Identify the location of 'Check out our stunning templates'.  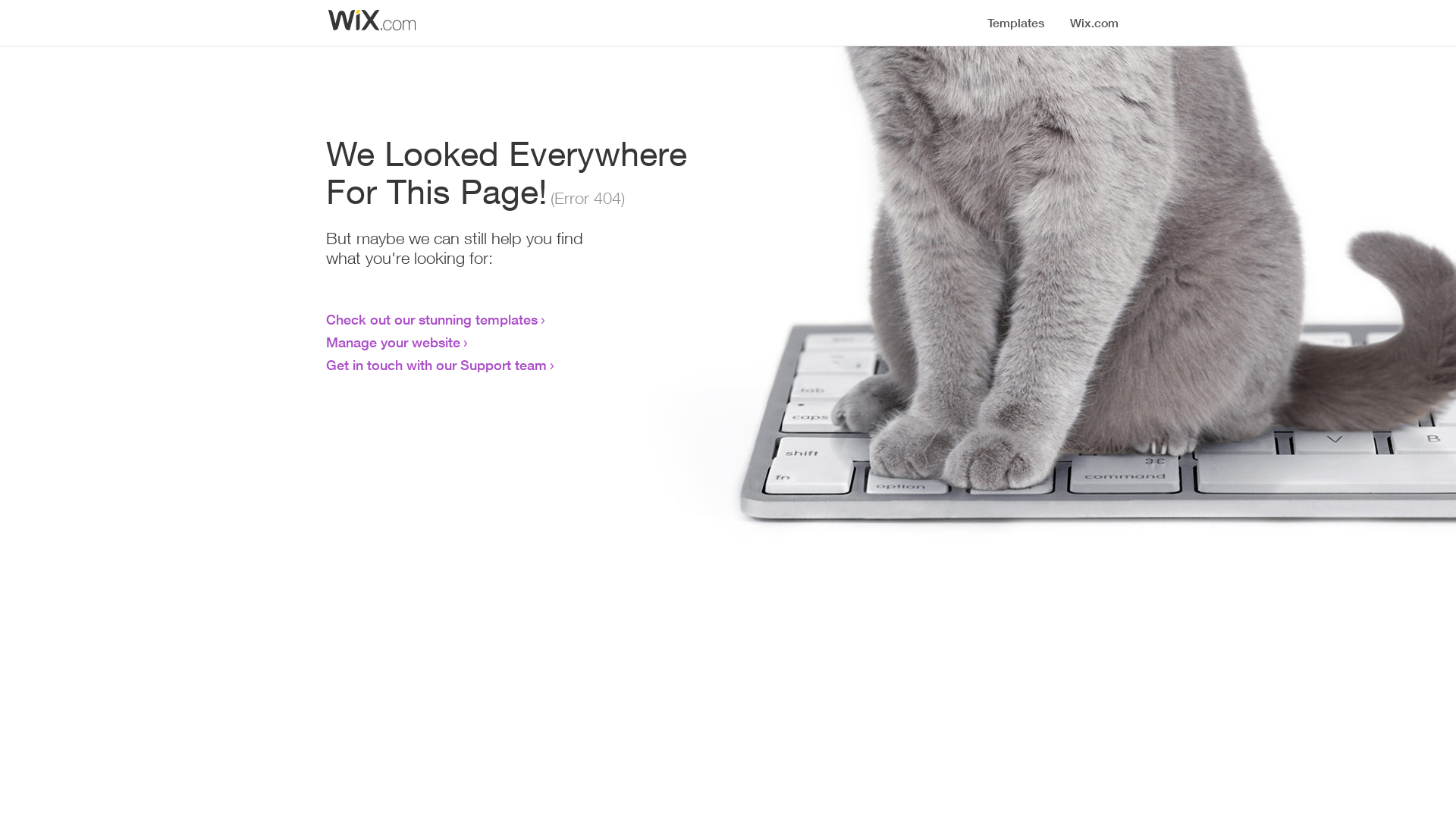
(431, 318).